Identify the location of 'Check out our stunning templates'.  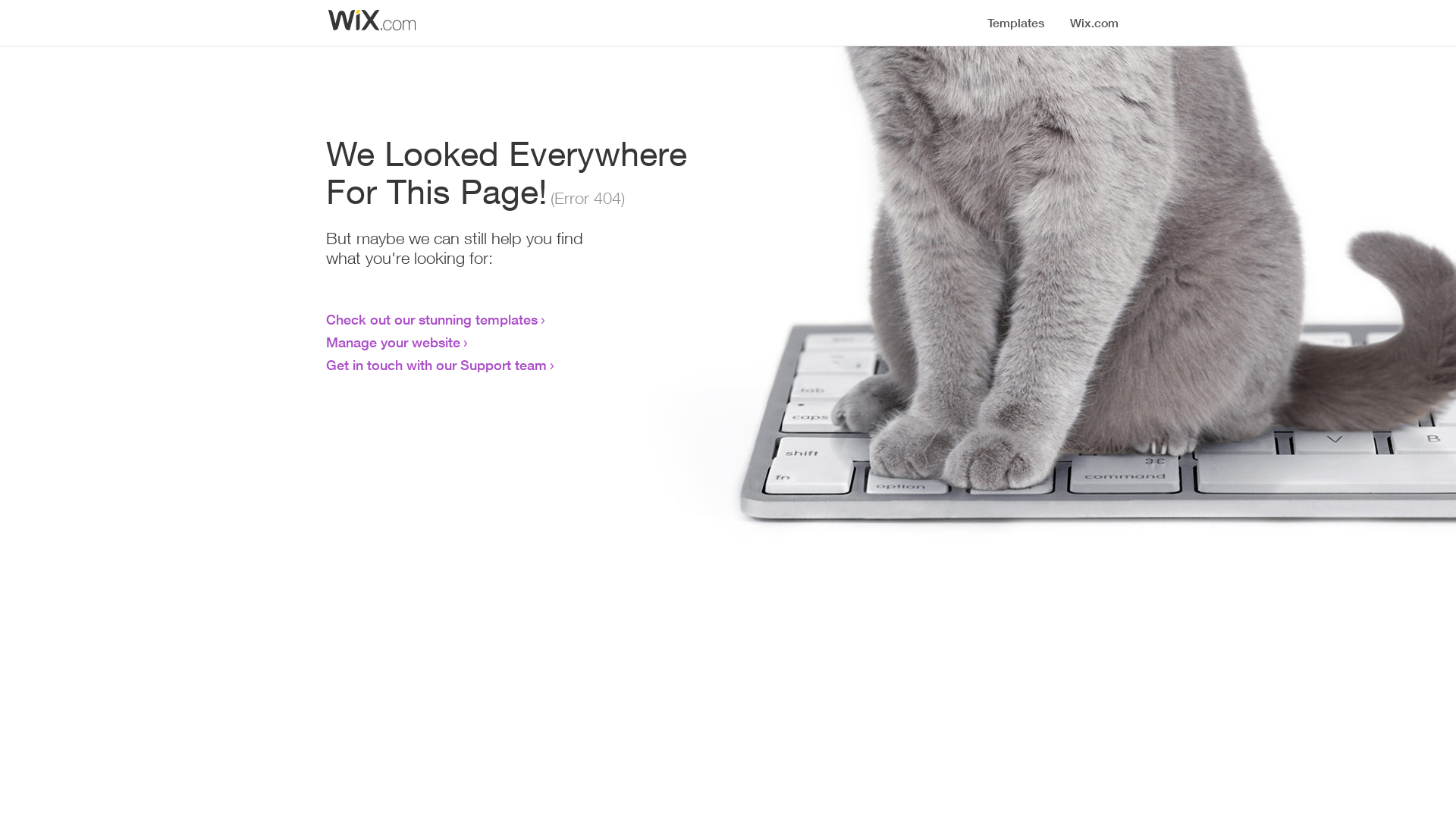
(431, 318).